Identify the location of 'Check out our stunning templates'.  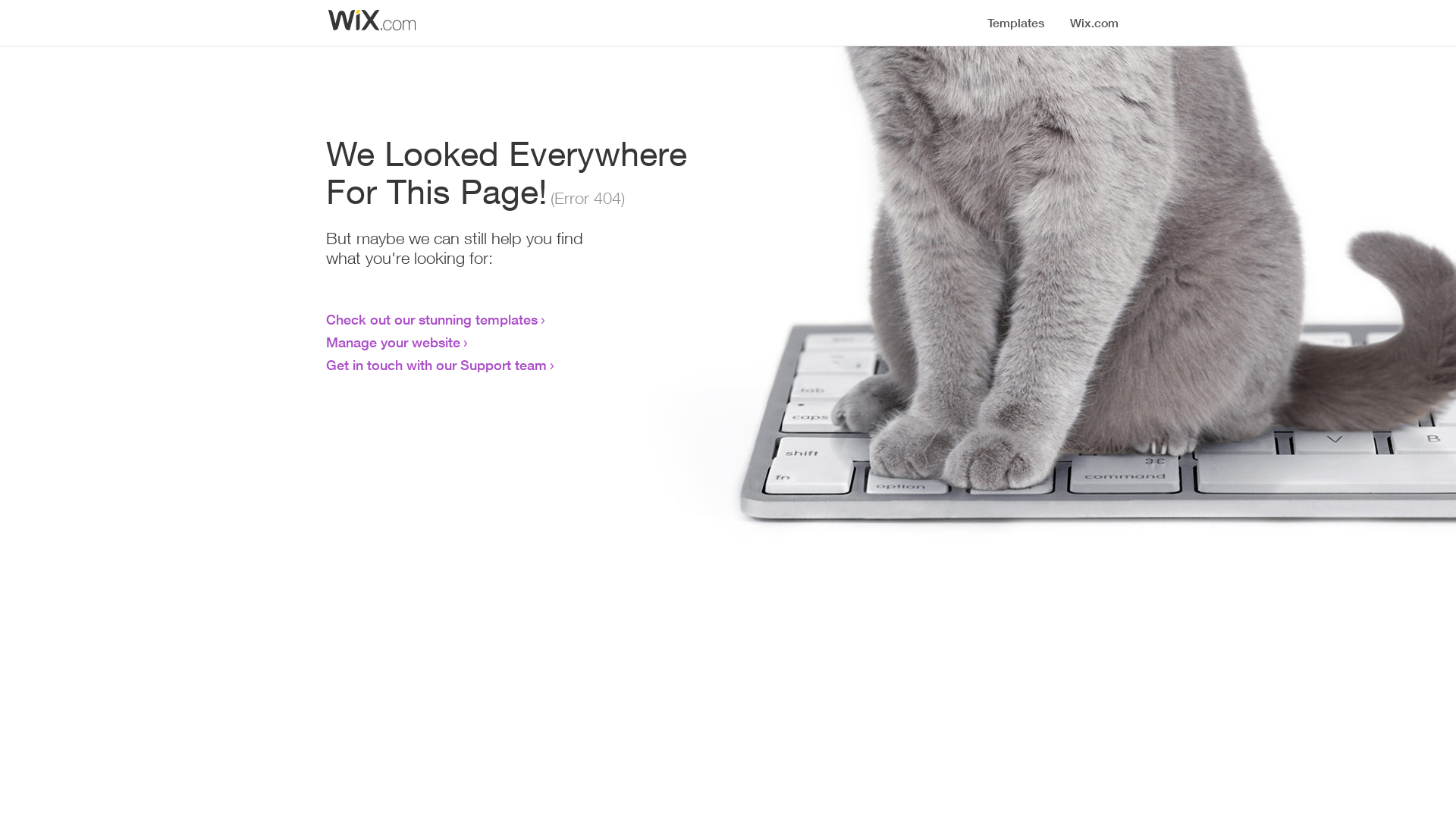
(431, 318).